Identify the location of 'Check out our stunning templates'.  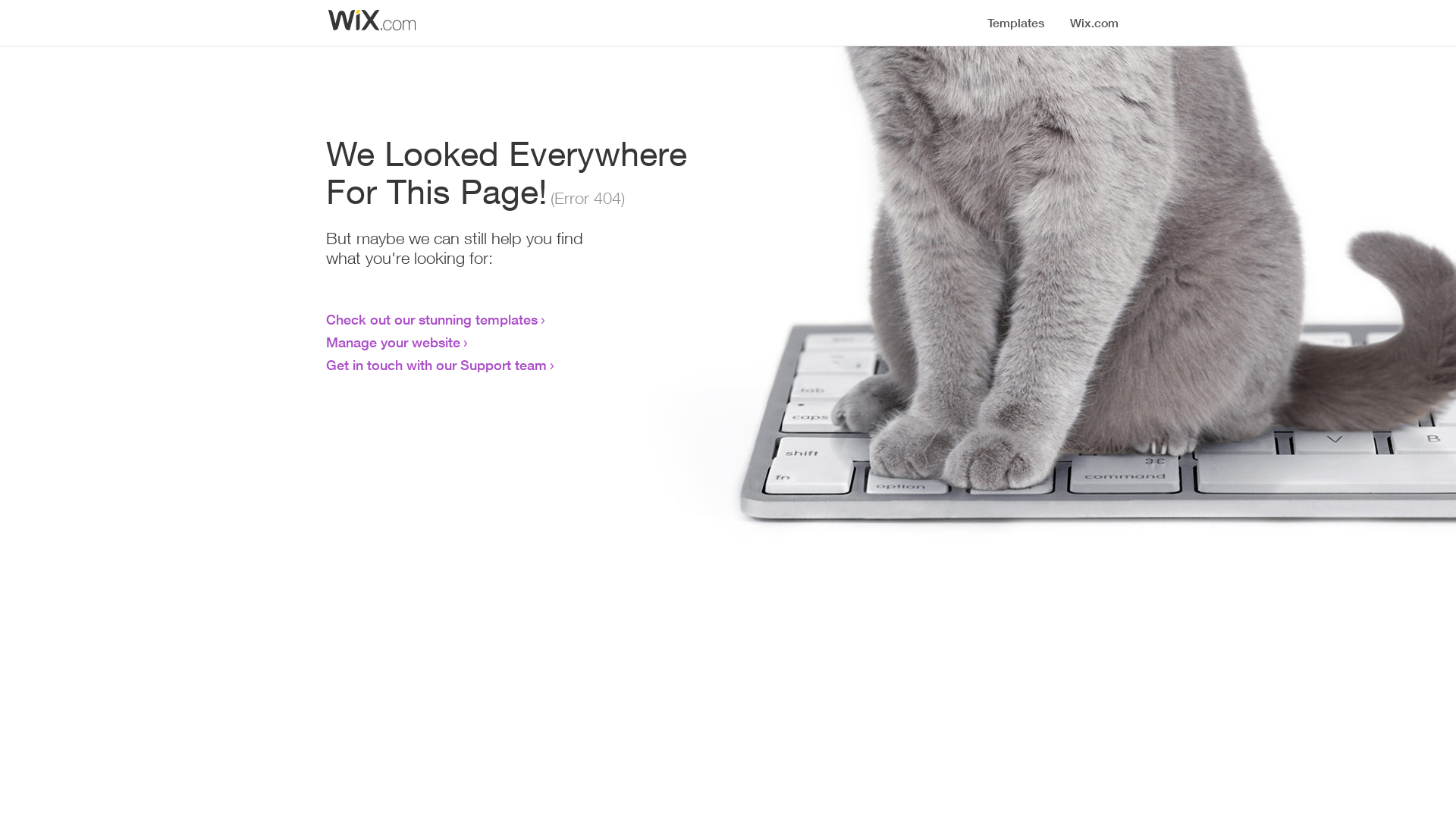
(431, 318).